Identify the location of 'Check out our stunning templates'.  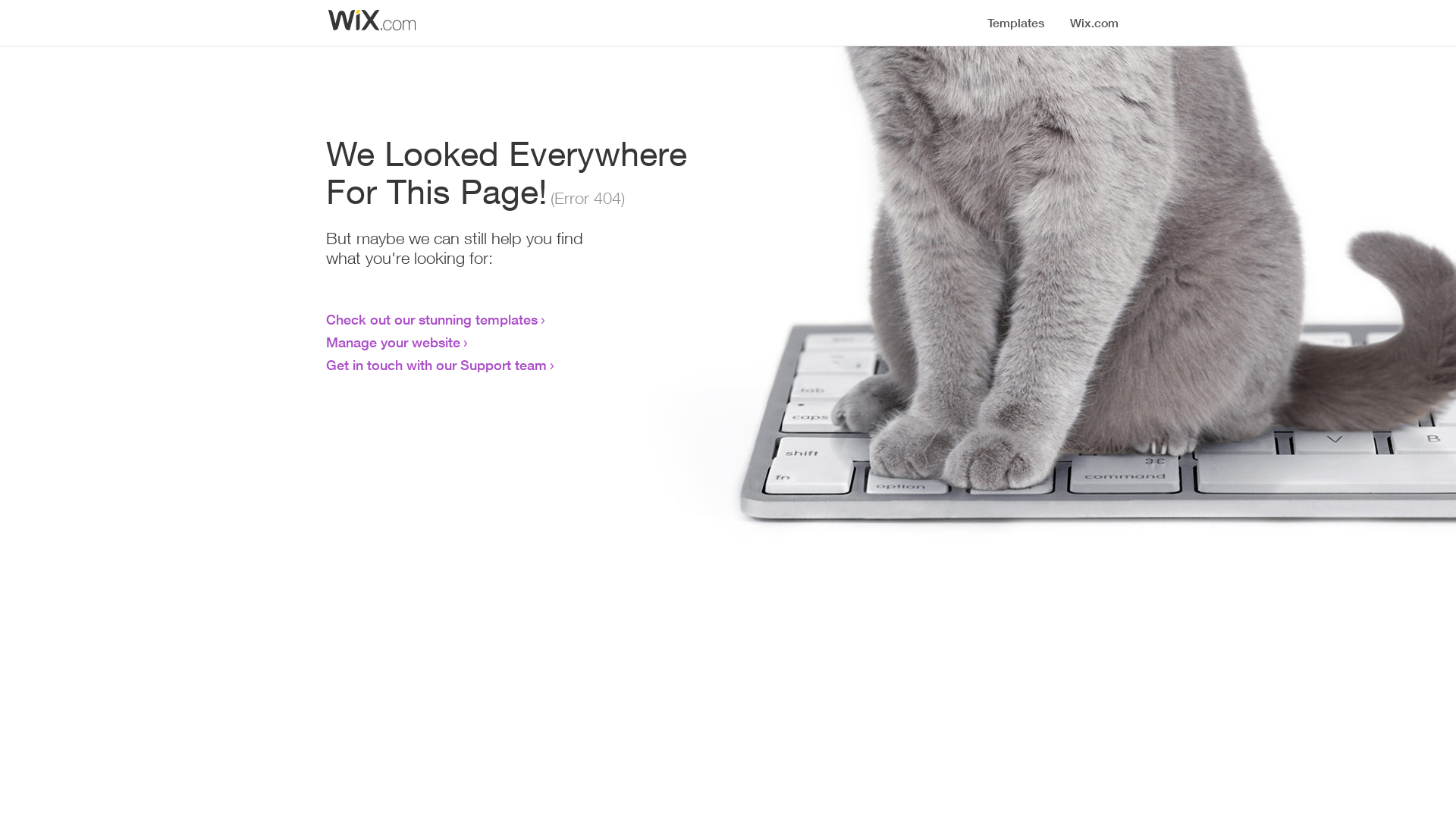
(431, 318).